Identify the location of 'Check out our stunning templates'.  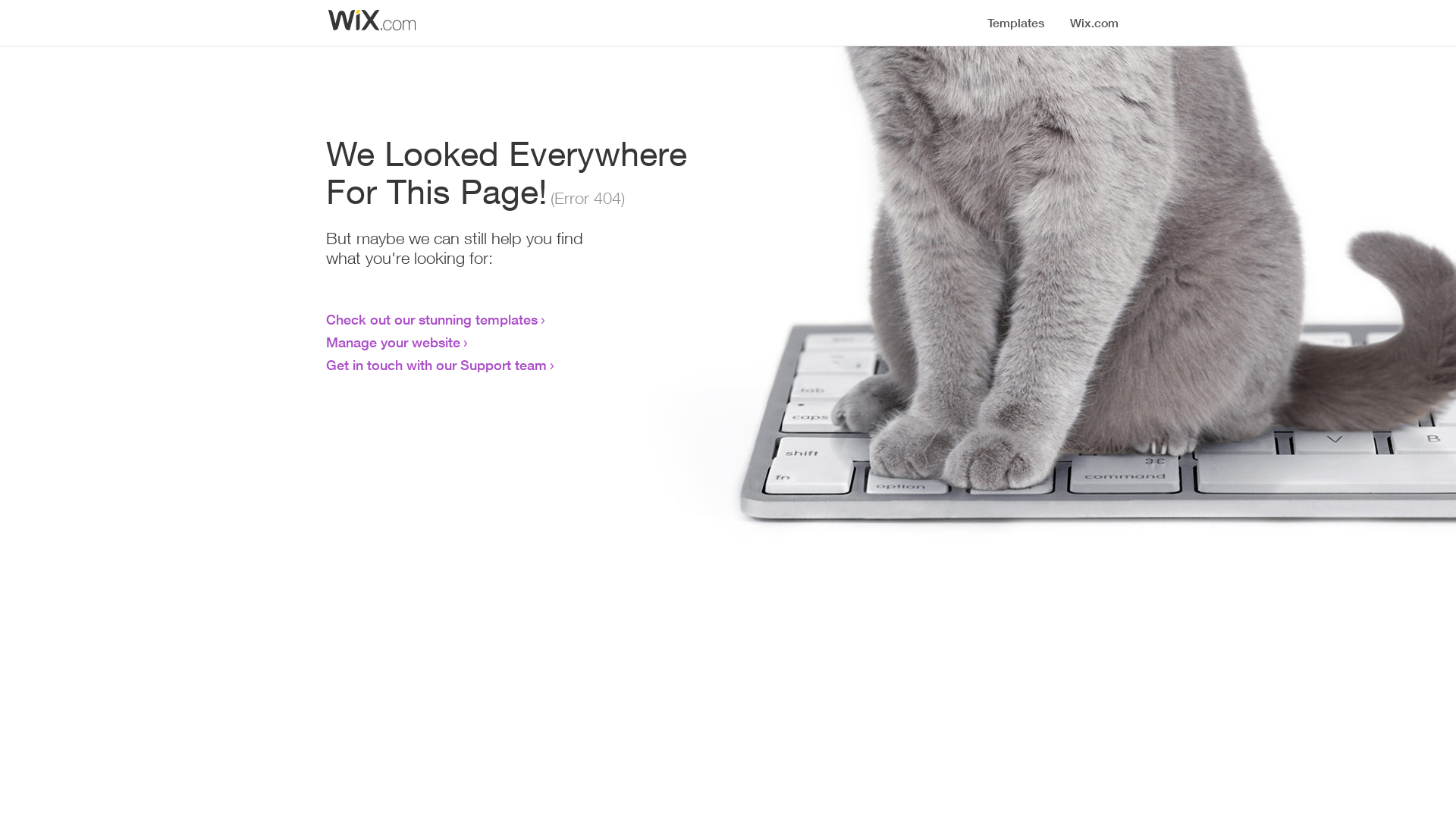
(431, 318).